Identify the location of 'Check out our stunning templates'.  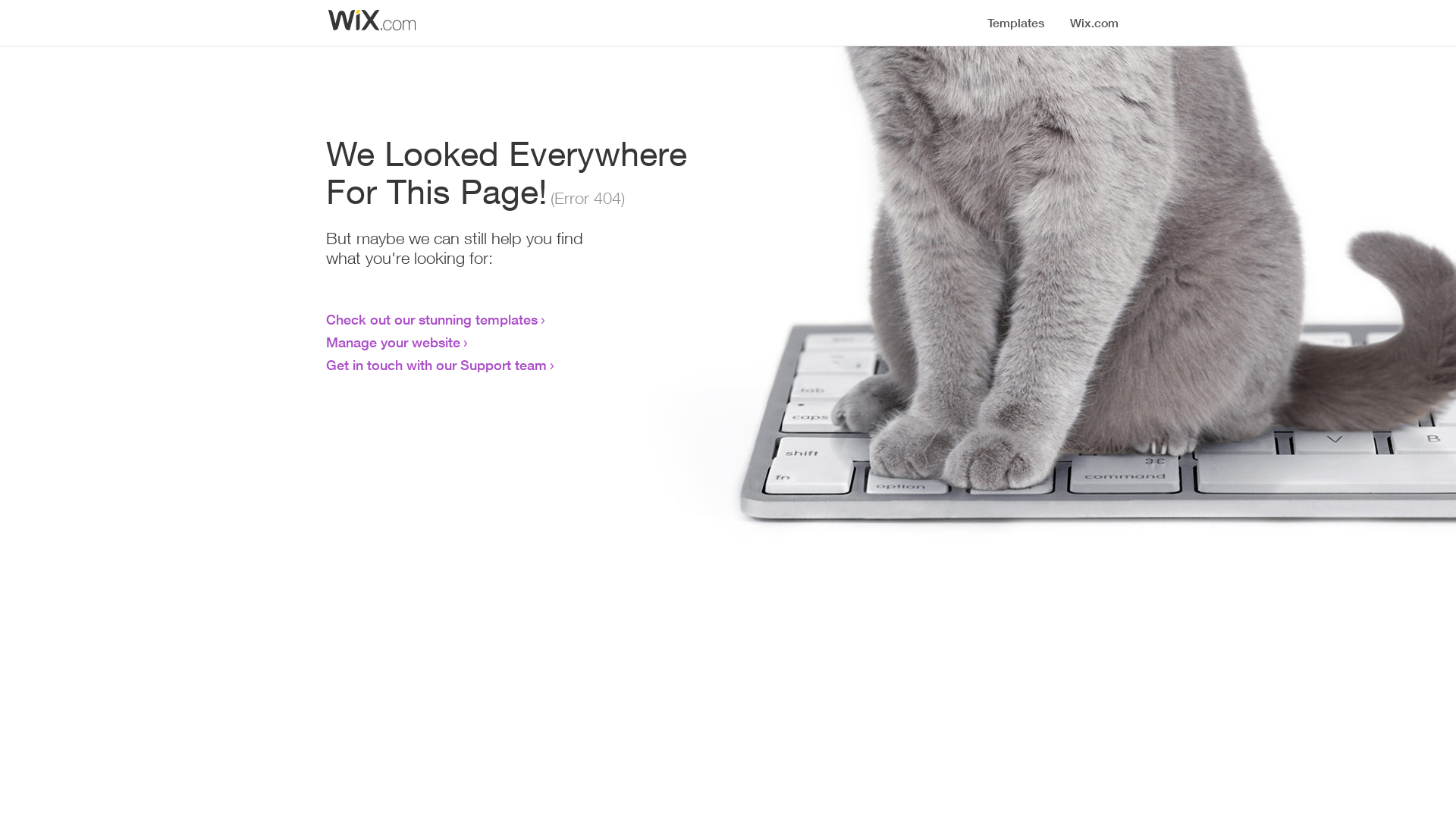
(431, 318).